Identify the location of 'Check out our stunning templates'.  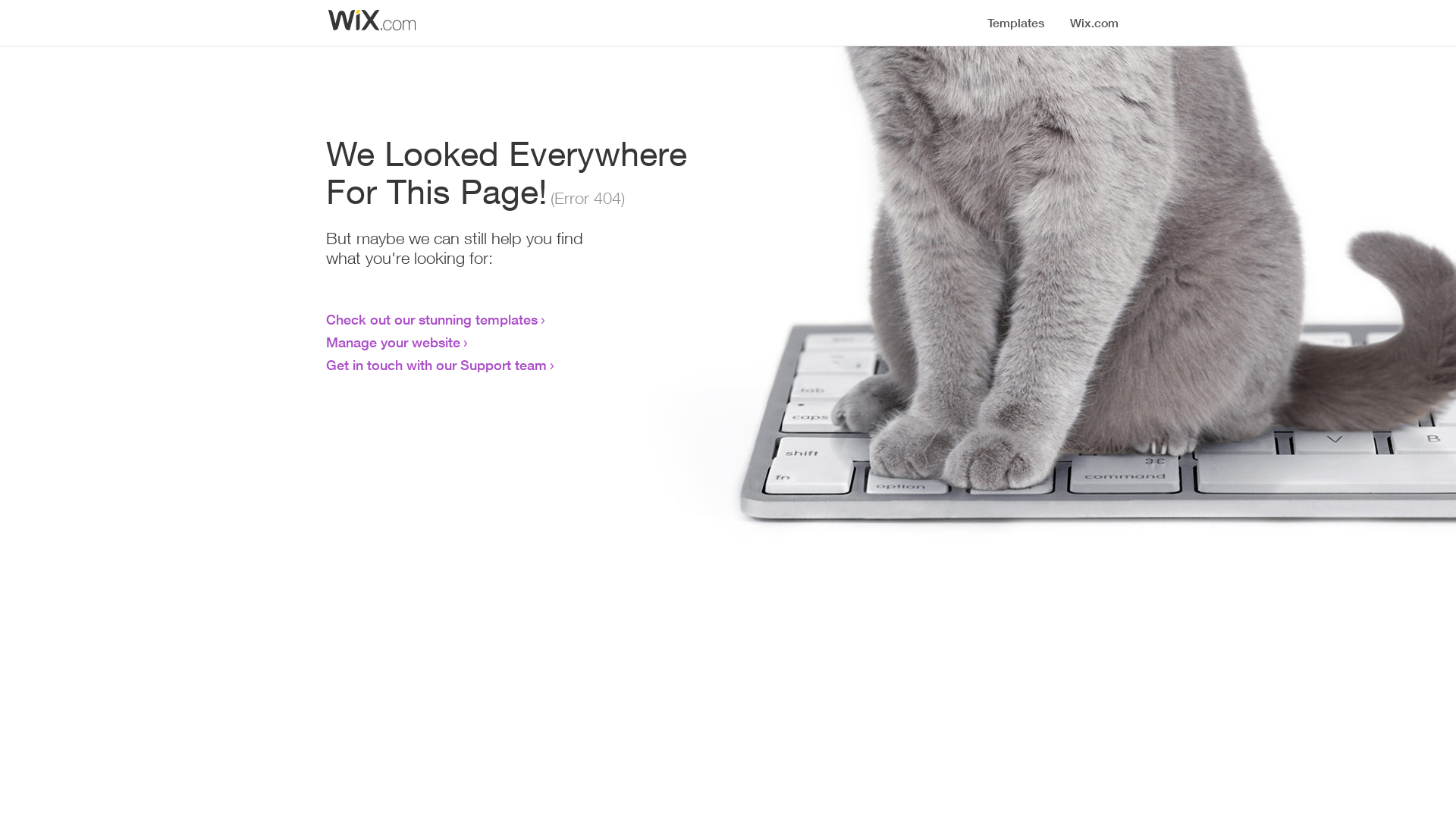
(431, 318).